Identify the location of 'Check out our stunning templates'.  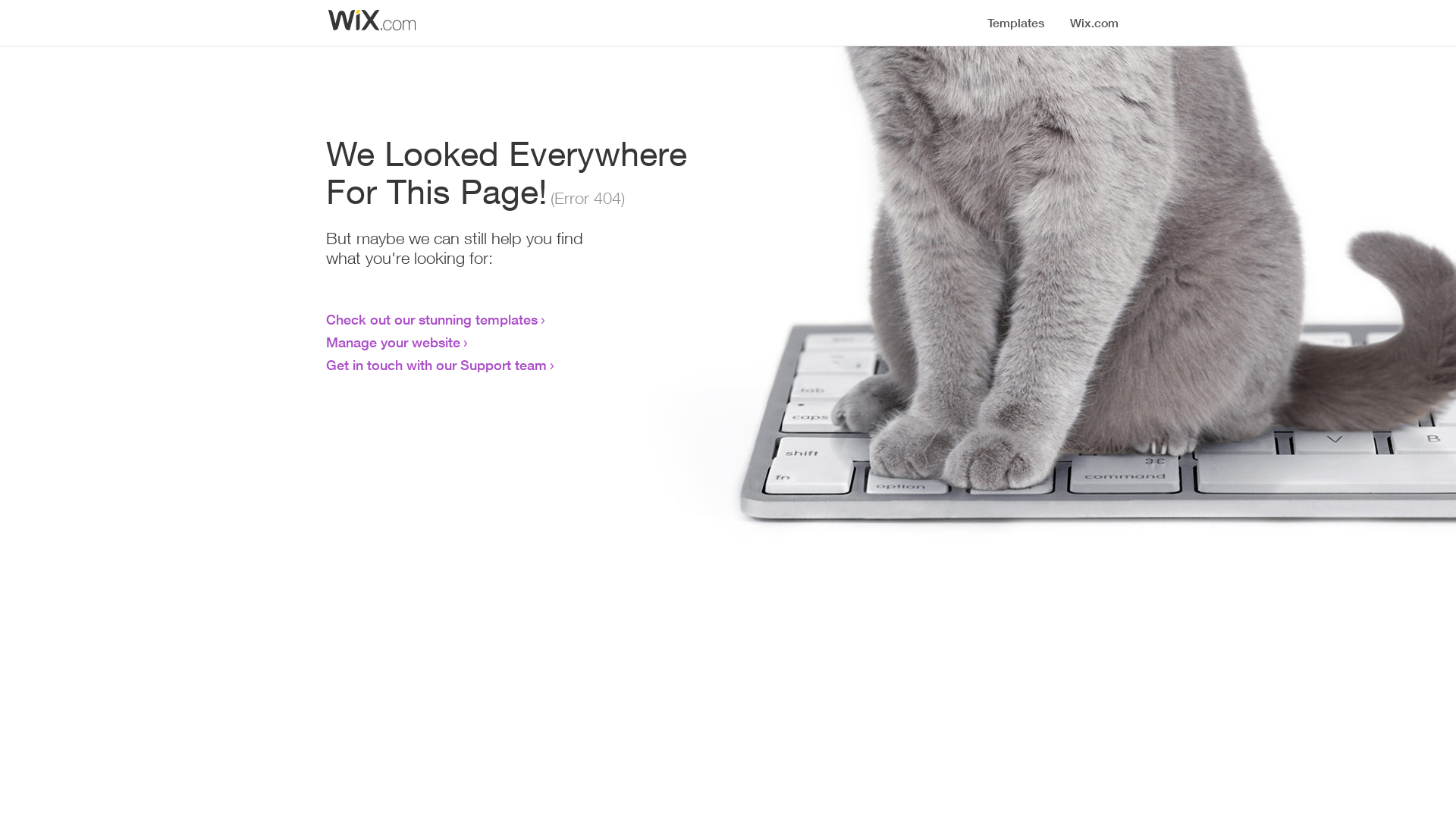
(431, 318).